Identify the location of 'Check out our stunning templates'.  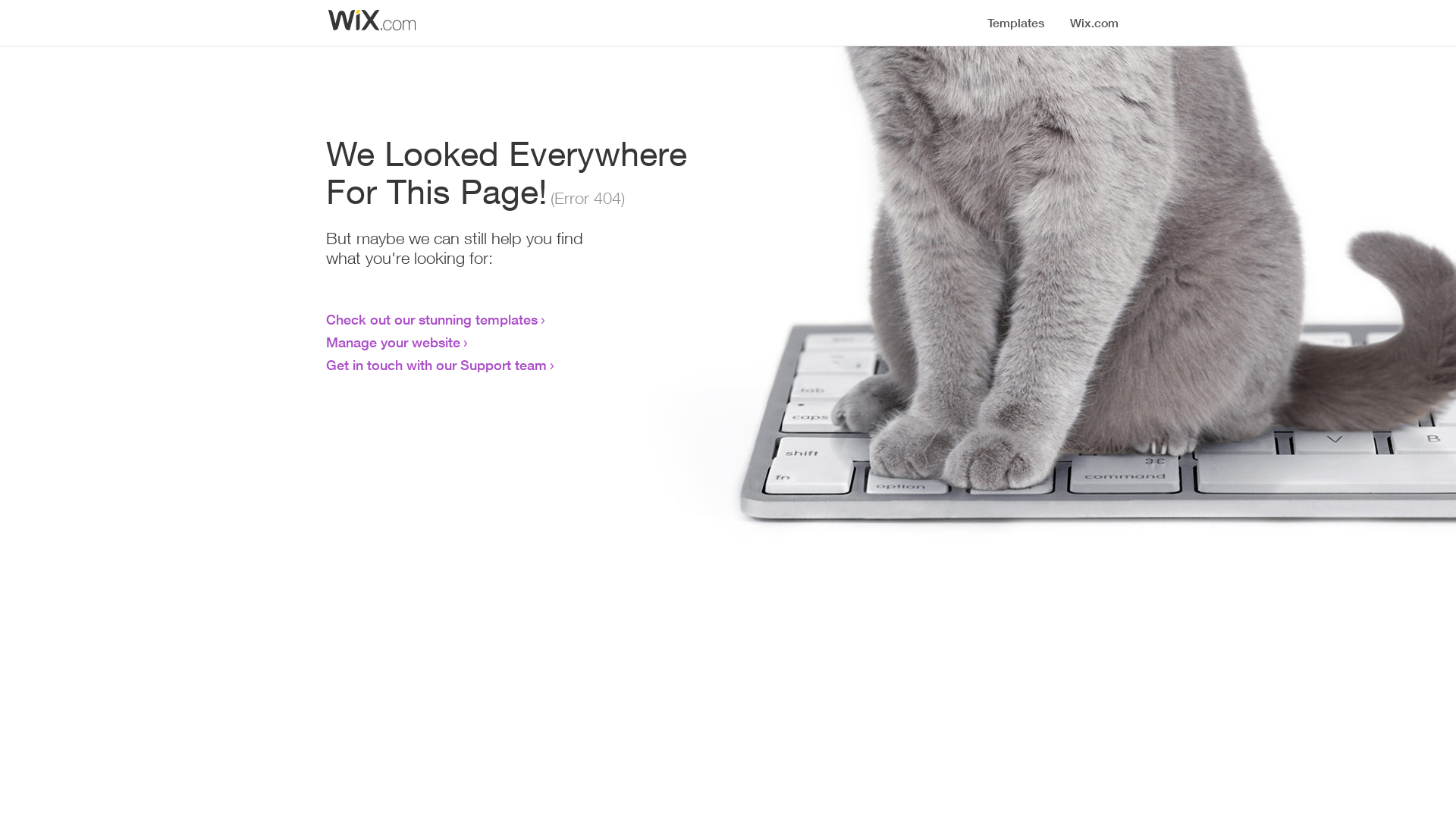
(431, 318).